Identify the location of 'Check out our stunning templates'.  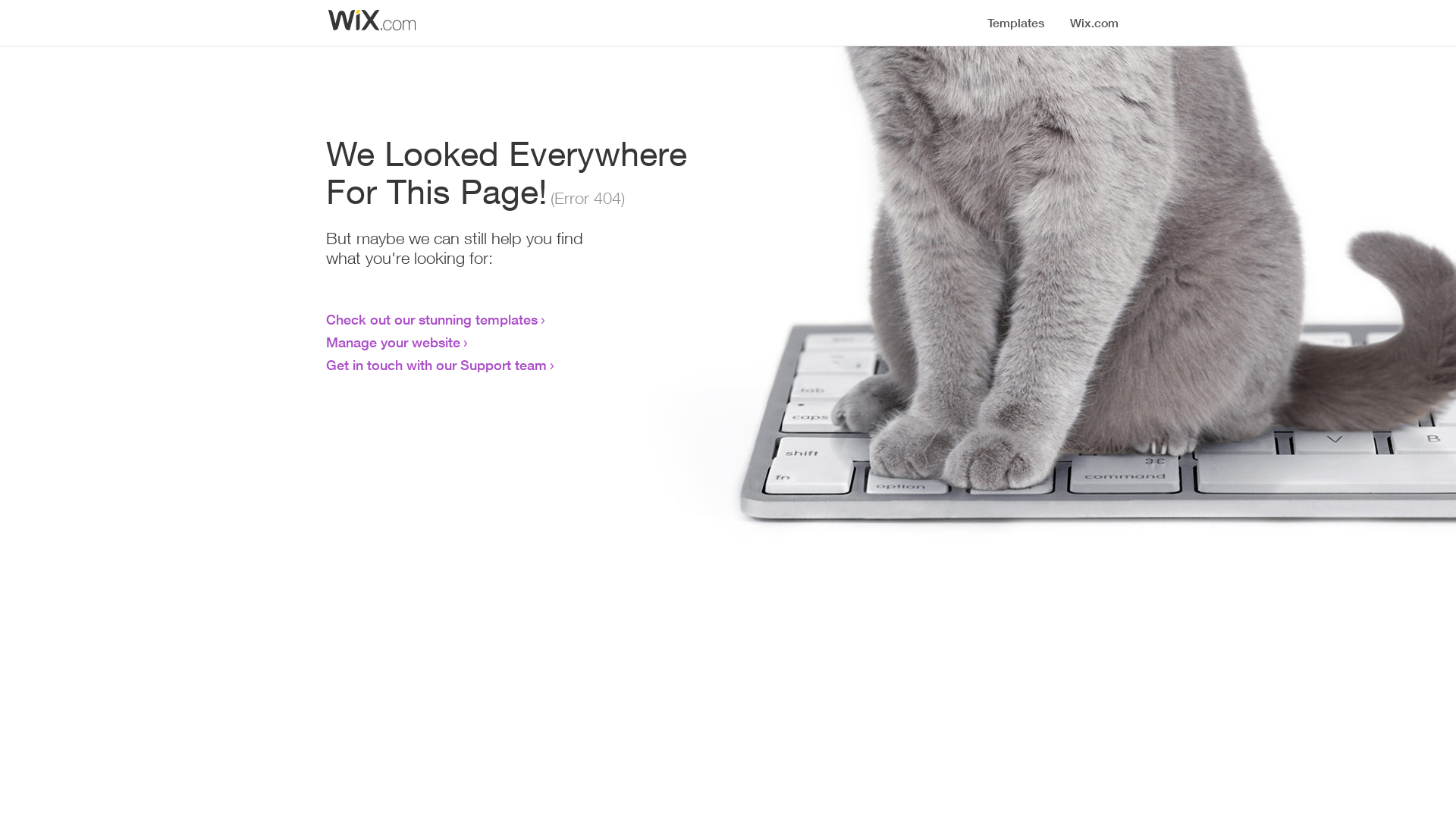
(431, 318).